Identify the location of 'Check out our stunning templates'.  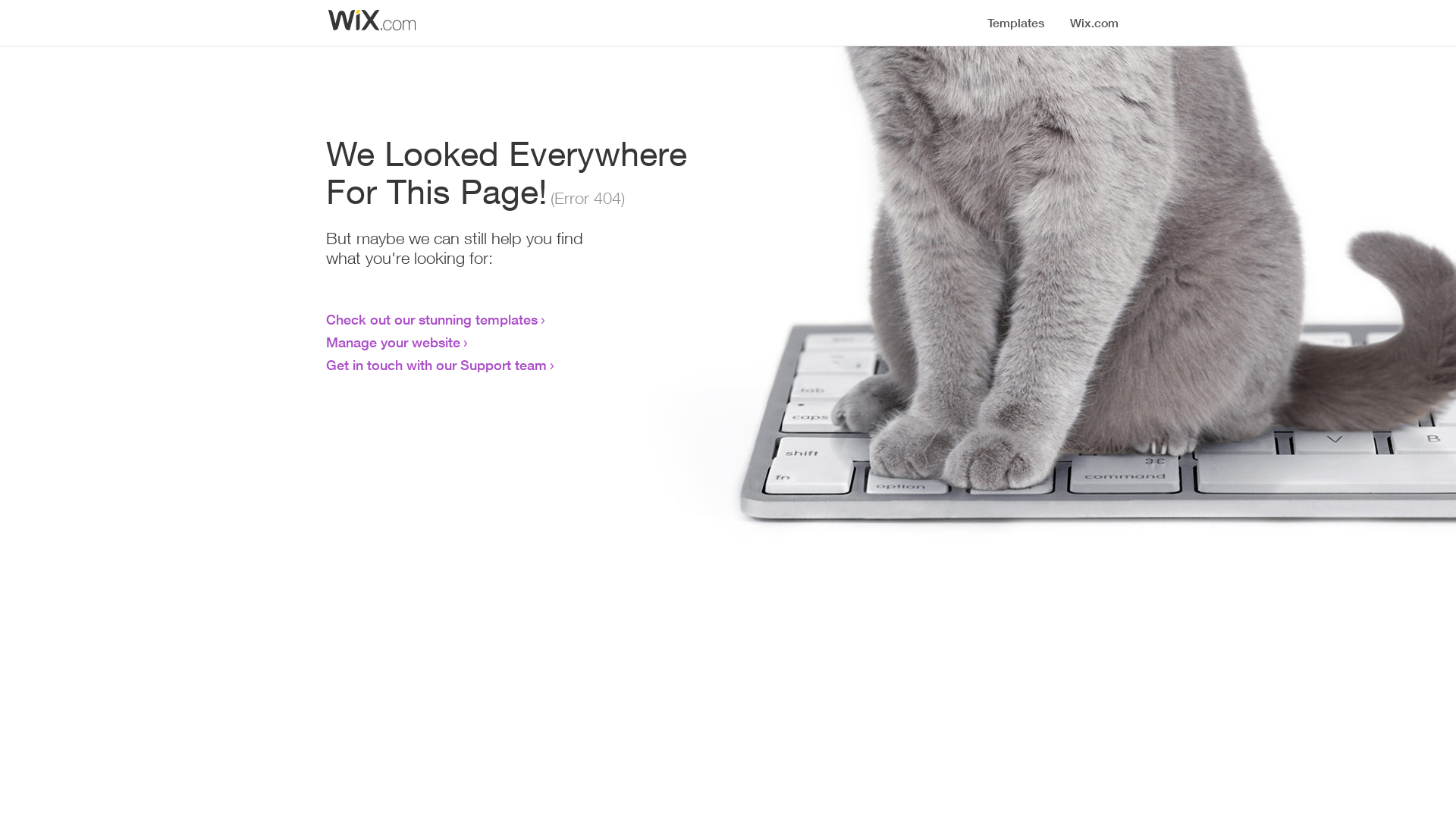
(431, 318).